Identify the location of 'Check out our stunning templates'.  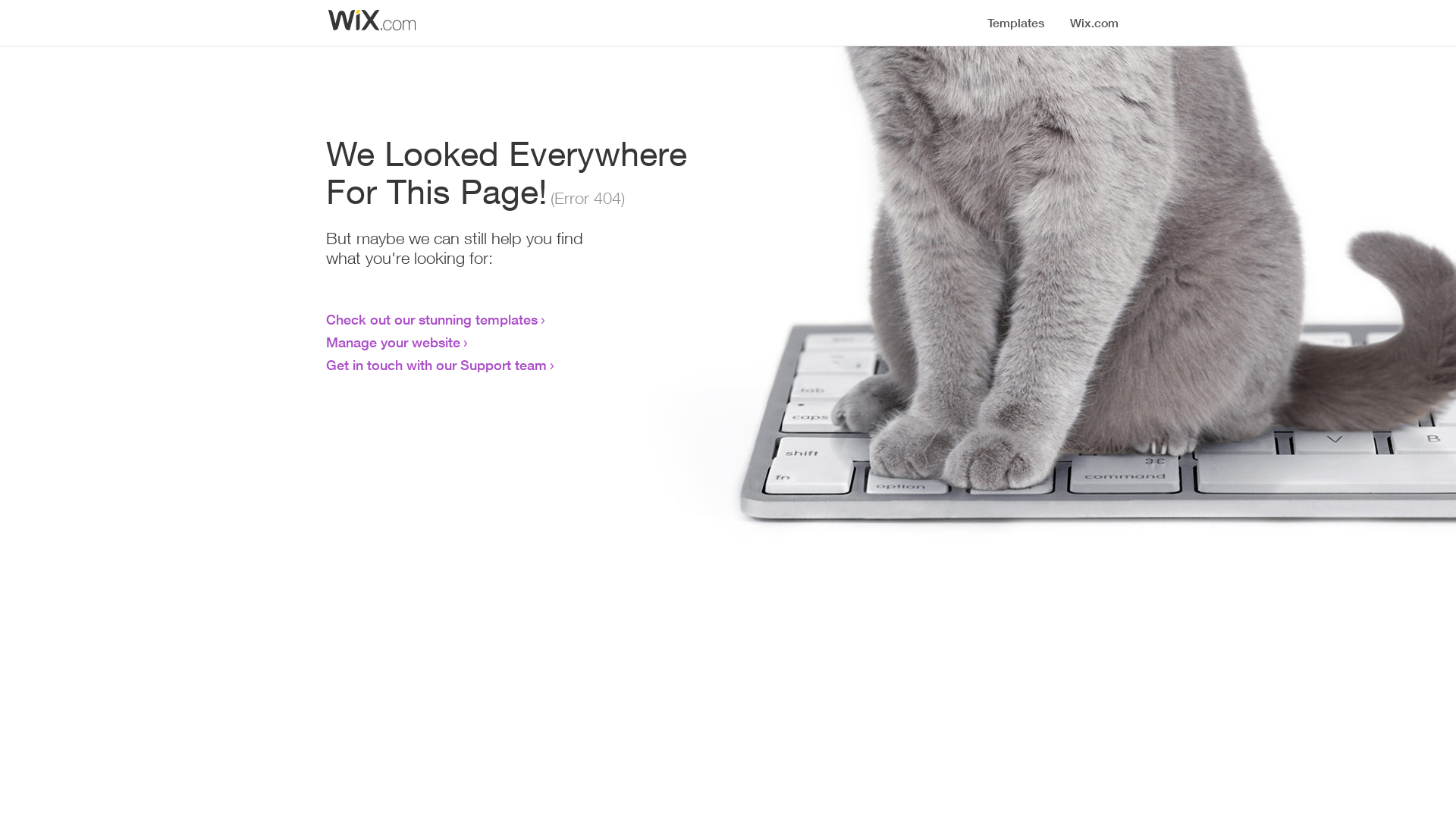
(431, 318).